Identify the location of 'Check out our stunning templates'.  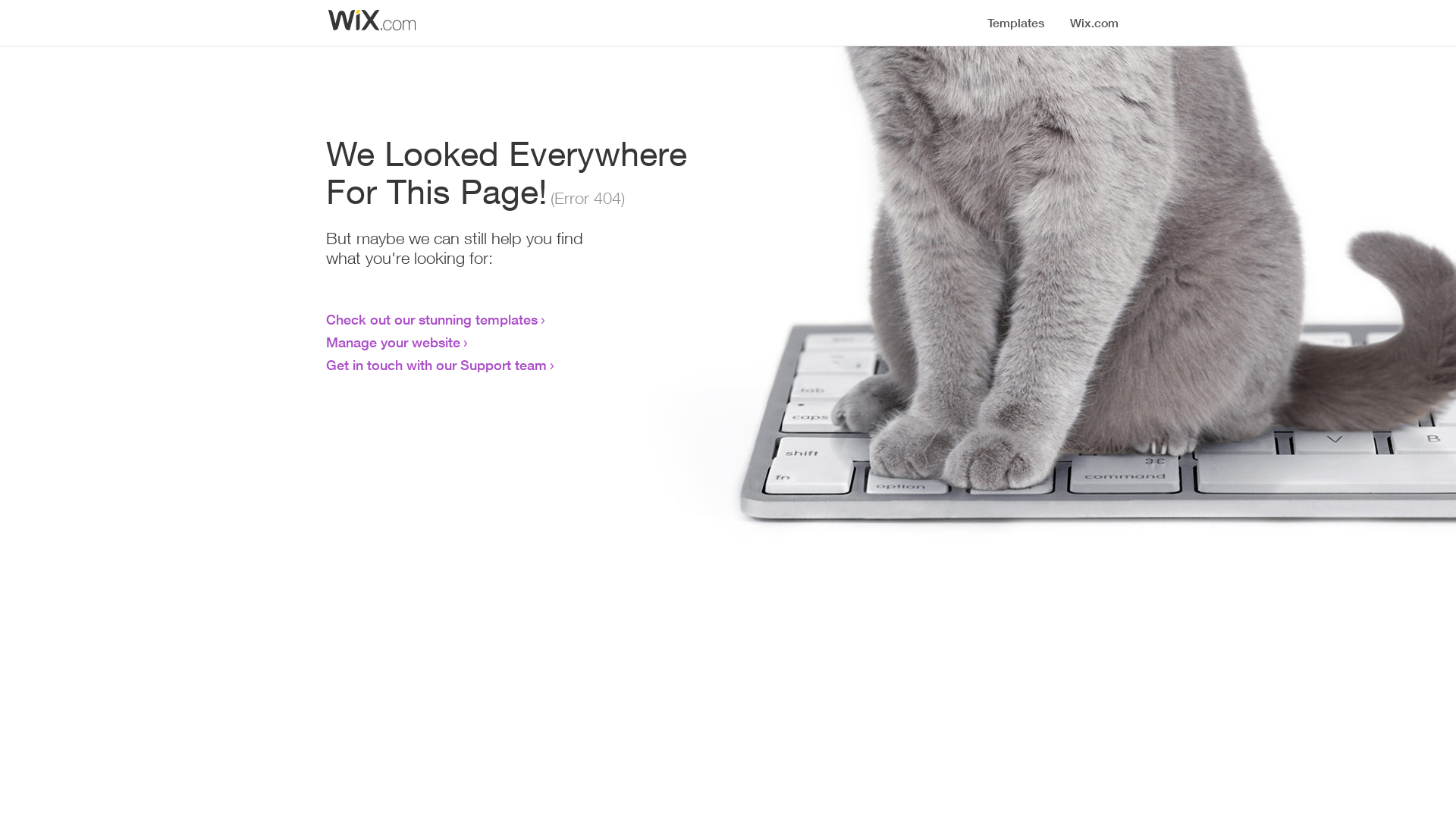
(431, 318).